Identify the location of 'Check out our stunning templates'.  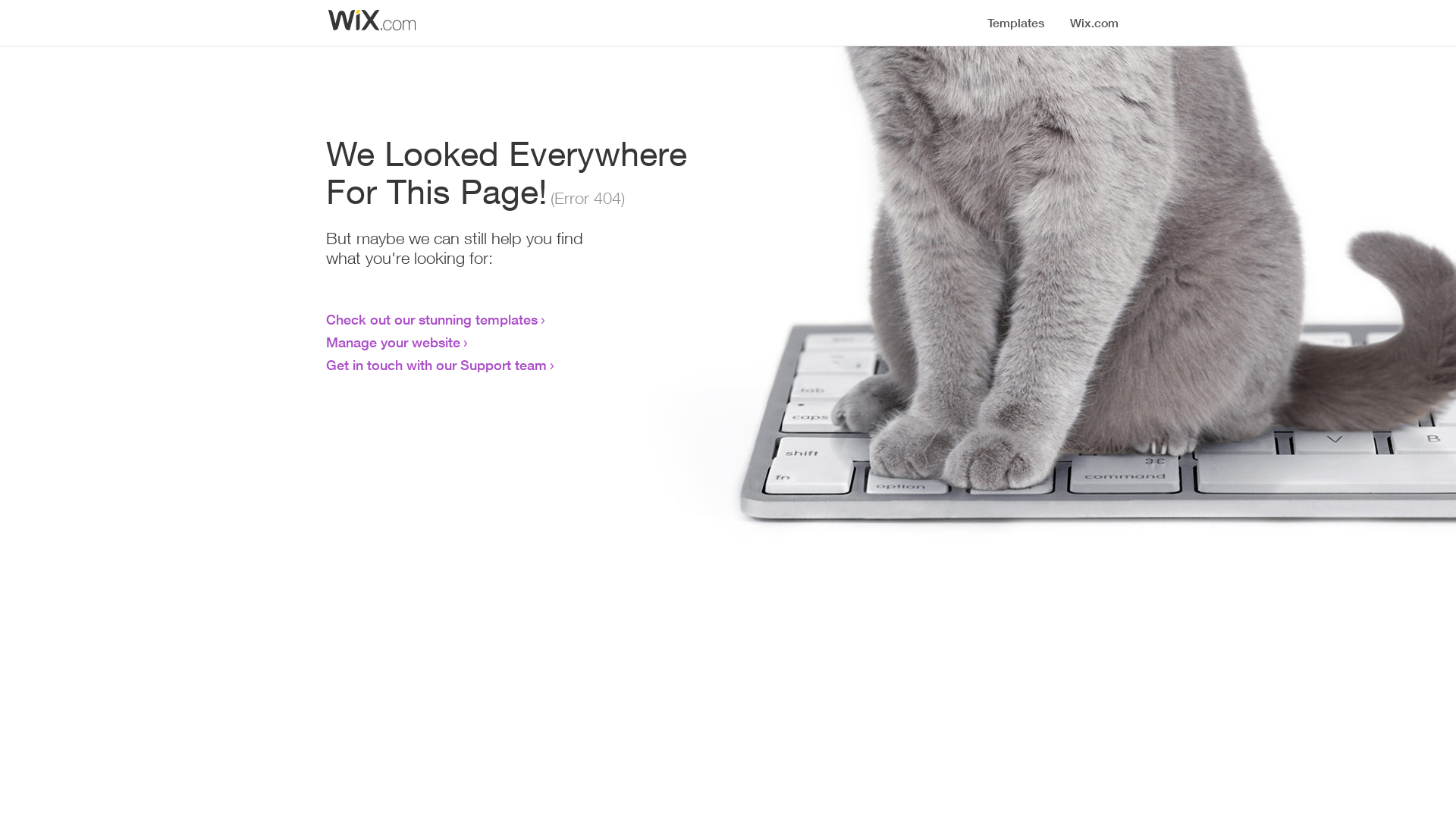
(431, 318).